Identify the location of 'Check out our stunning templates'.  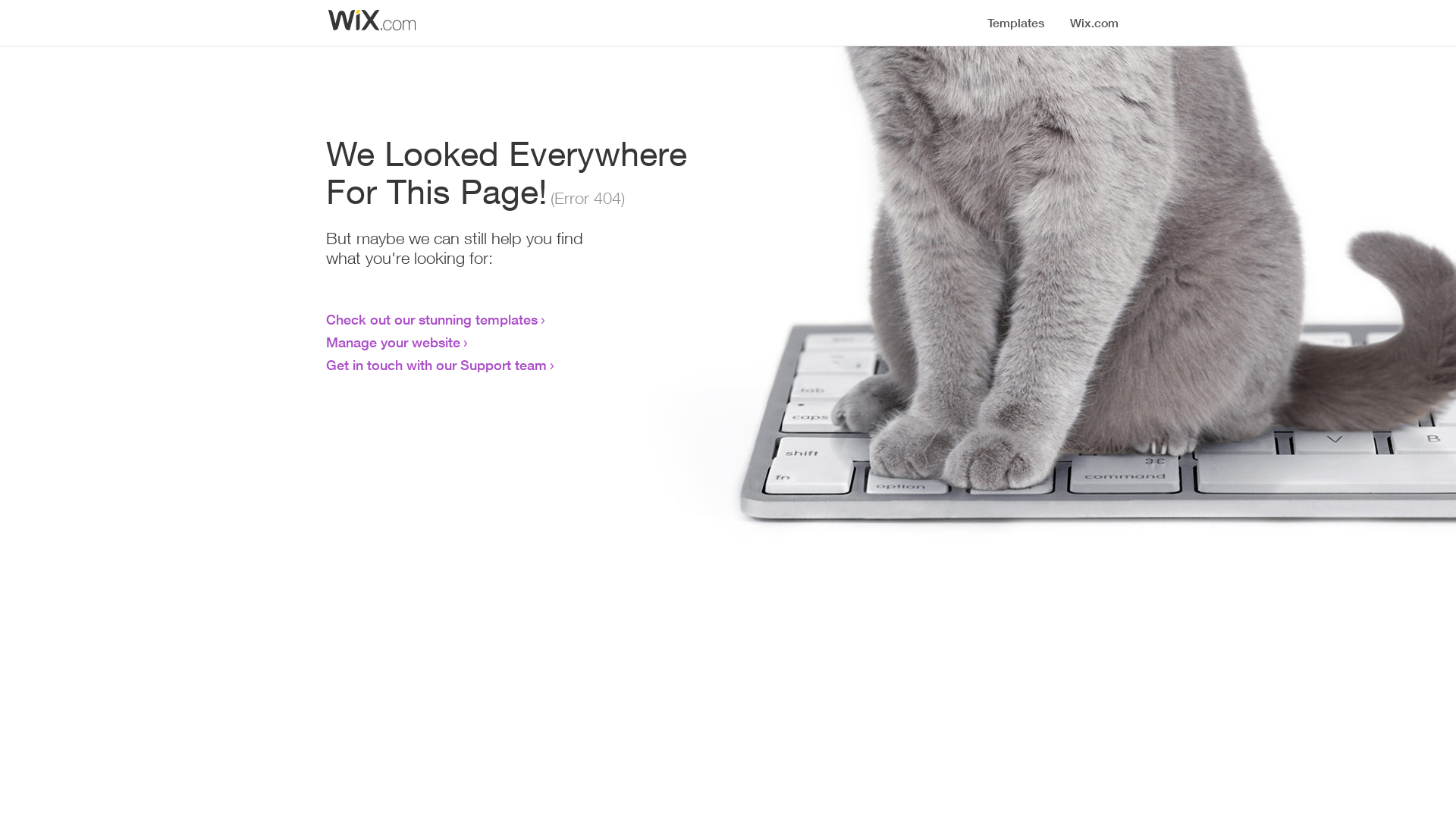
(431, 318).